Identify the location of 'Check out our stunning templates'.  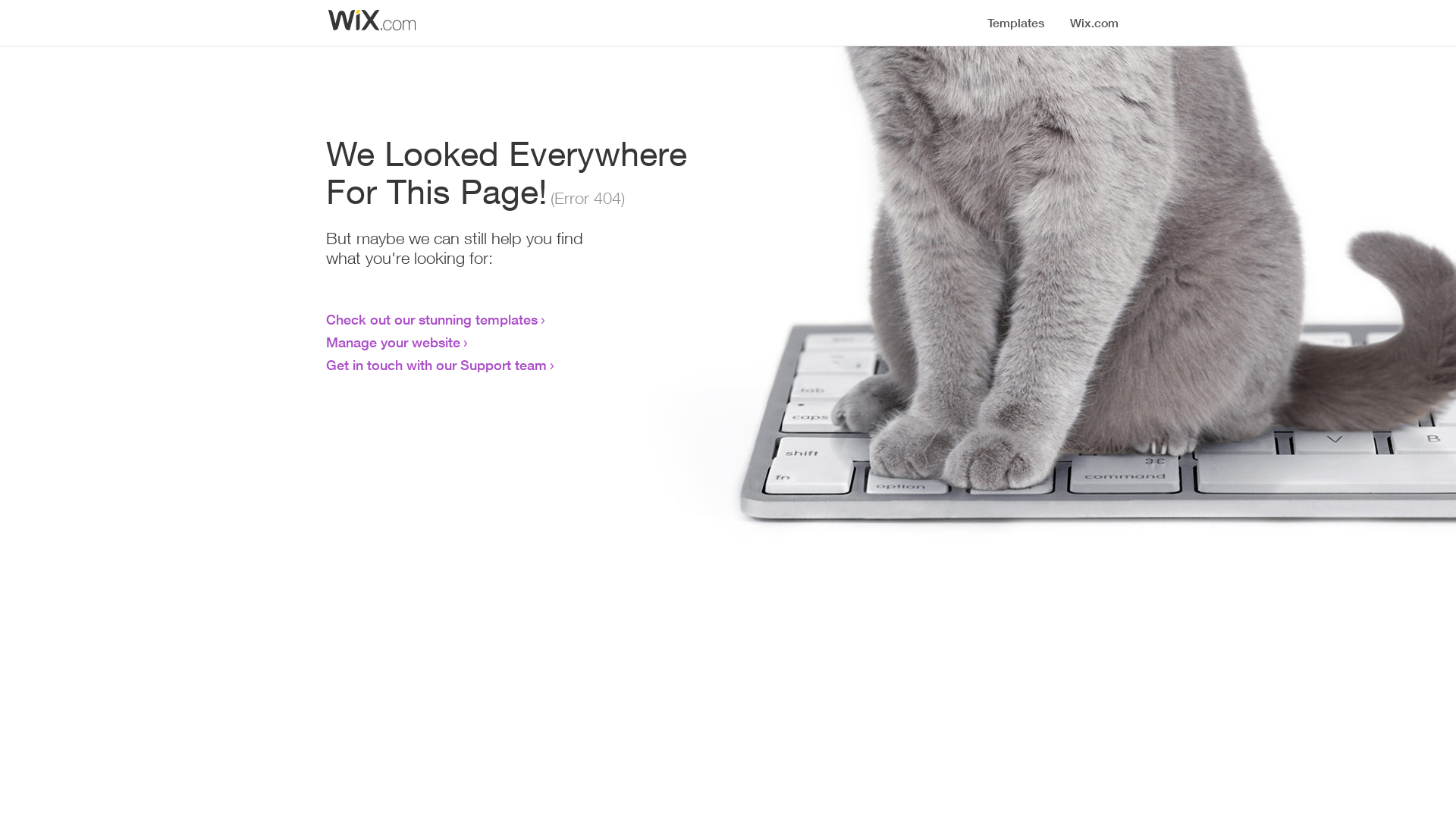
(431, 318).